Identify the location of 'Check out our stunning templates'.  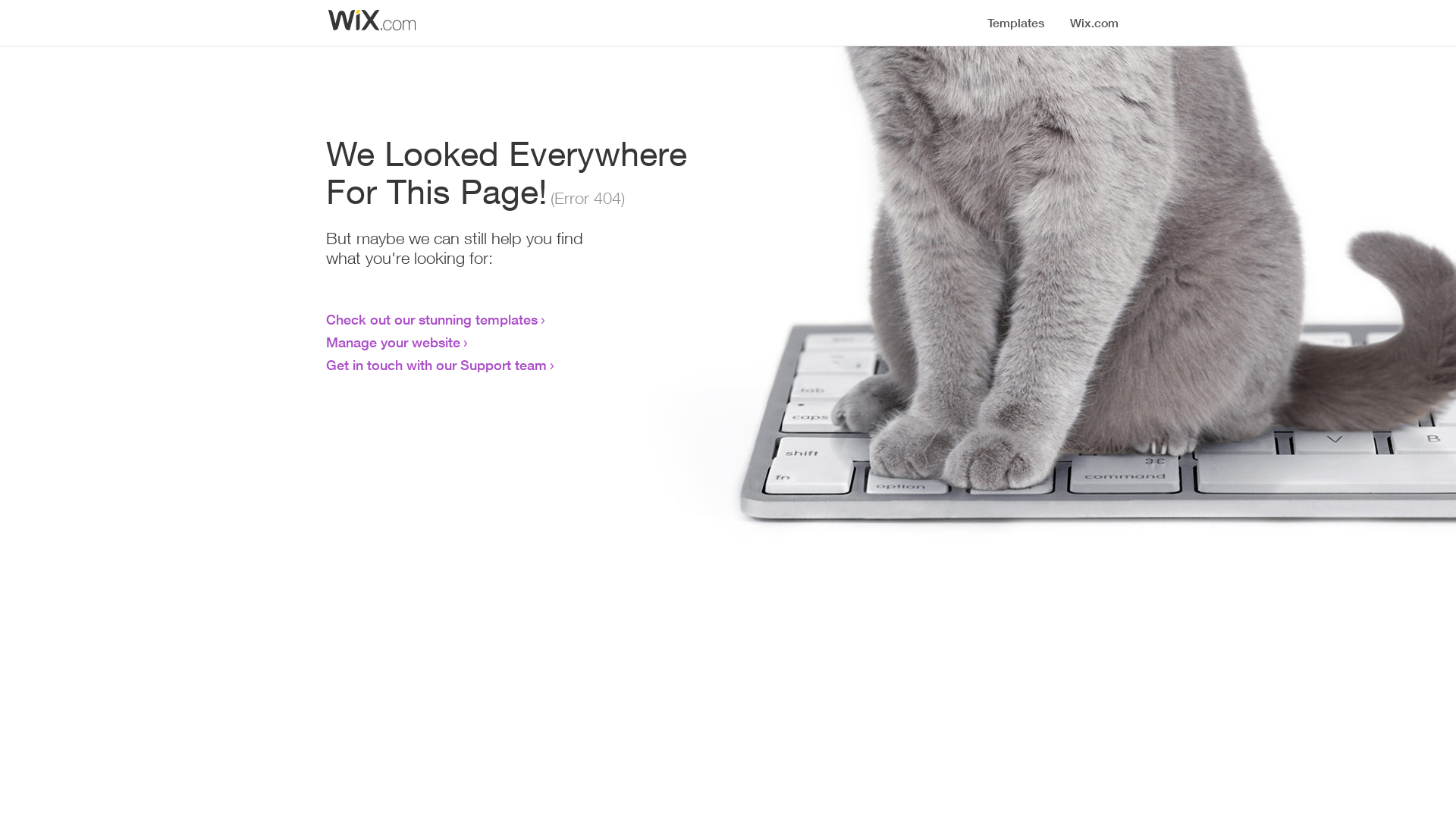
(431, 318).